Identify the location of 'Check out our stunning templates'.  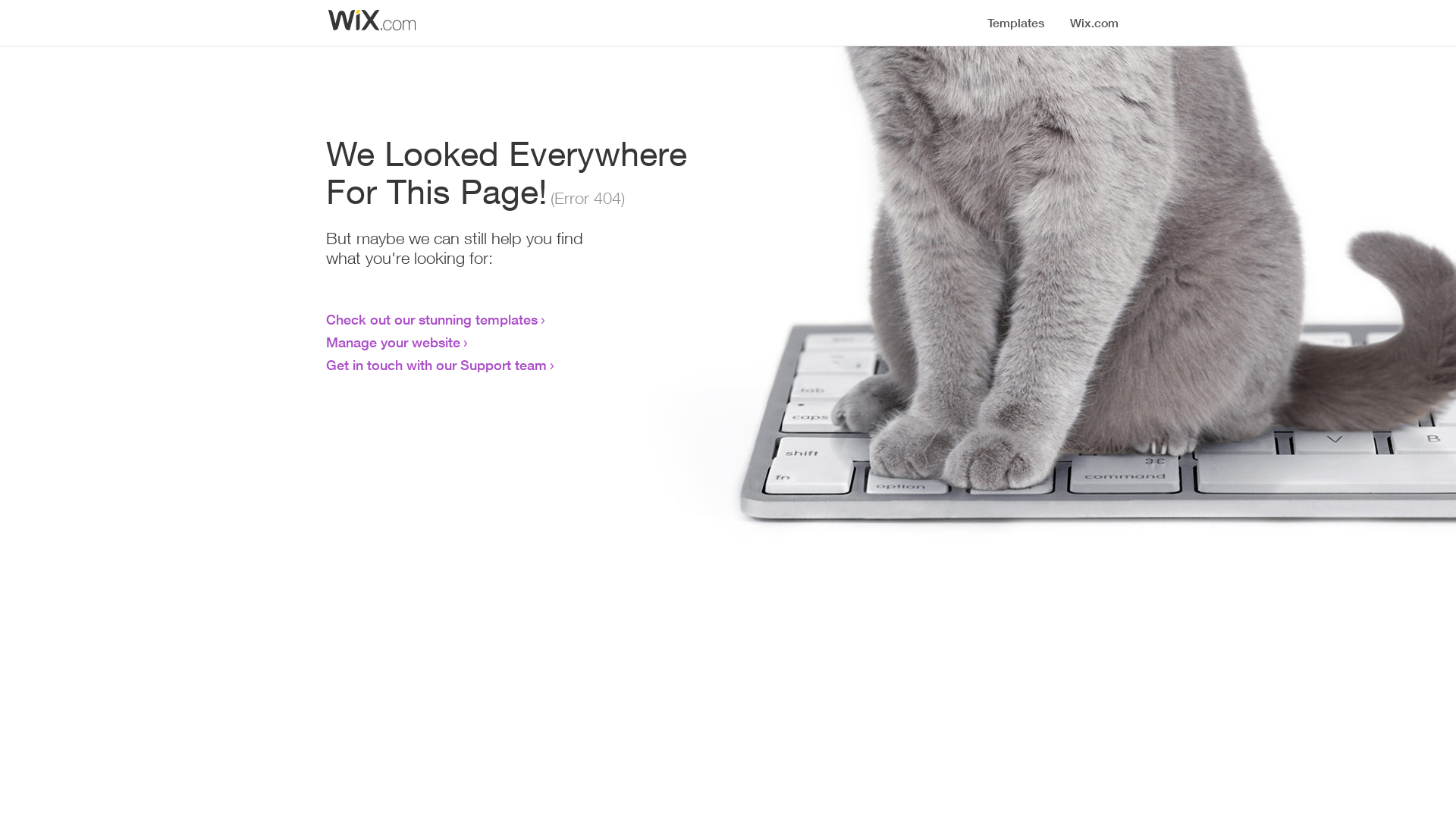
(431, 318).